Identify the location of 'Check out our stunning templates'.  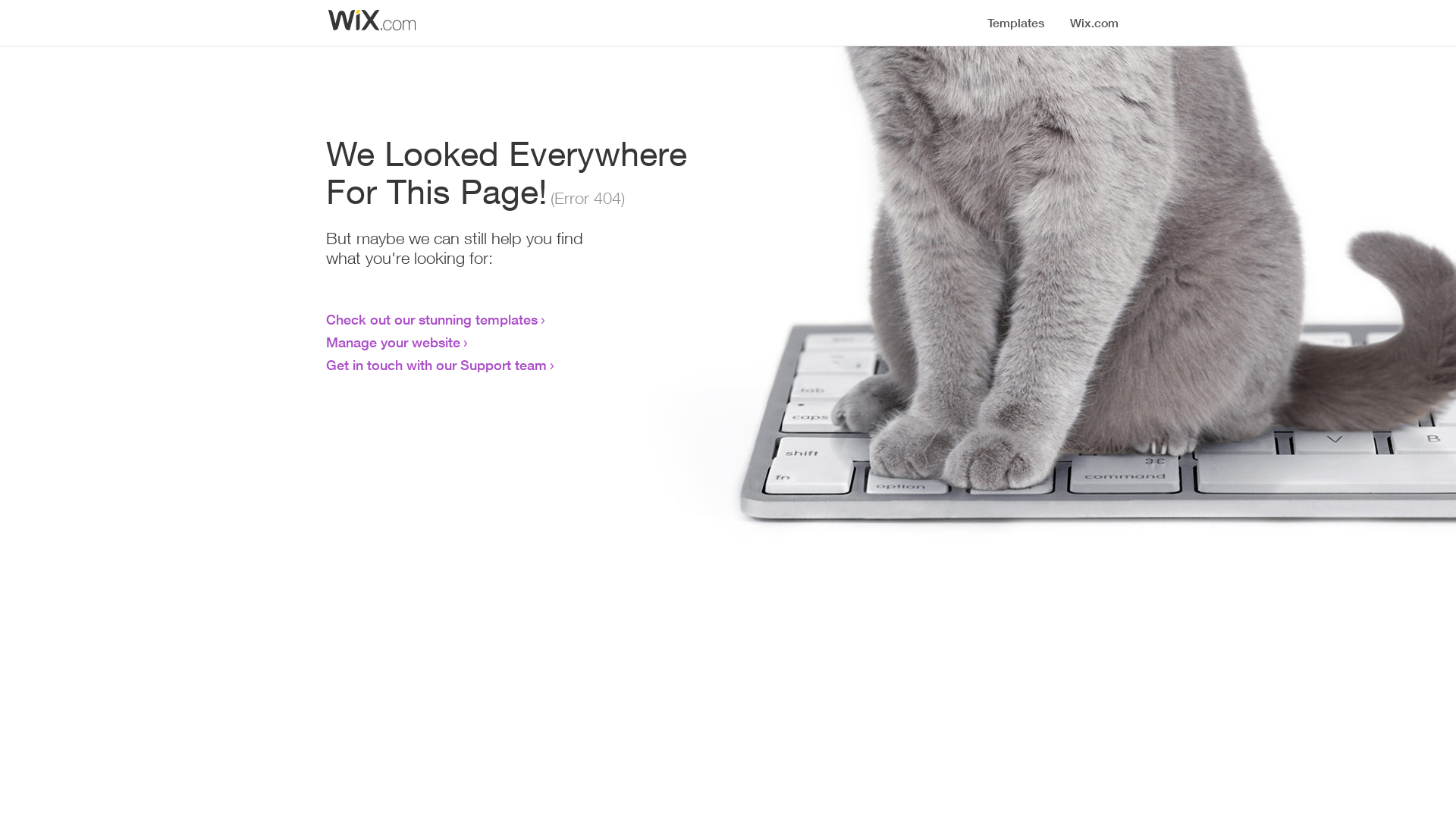
(431, 318).